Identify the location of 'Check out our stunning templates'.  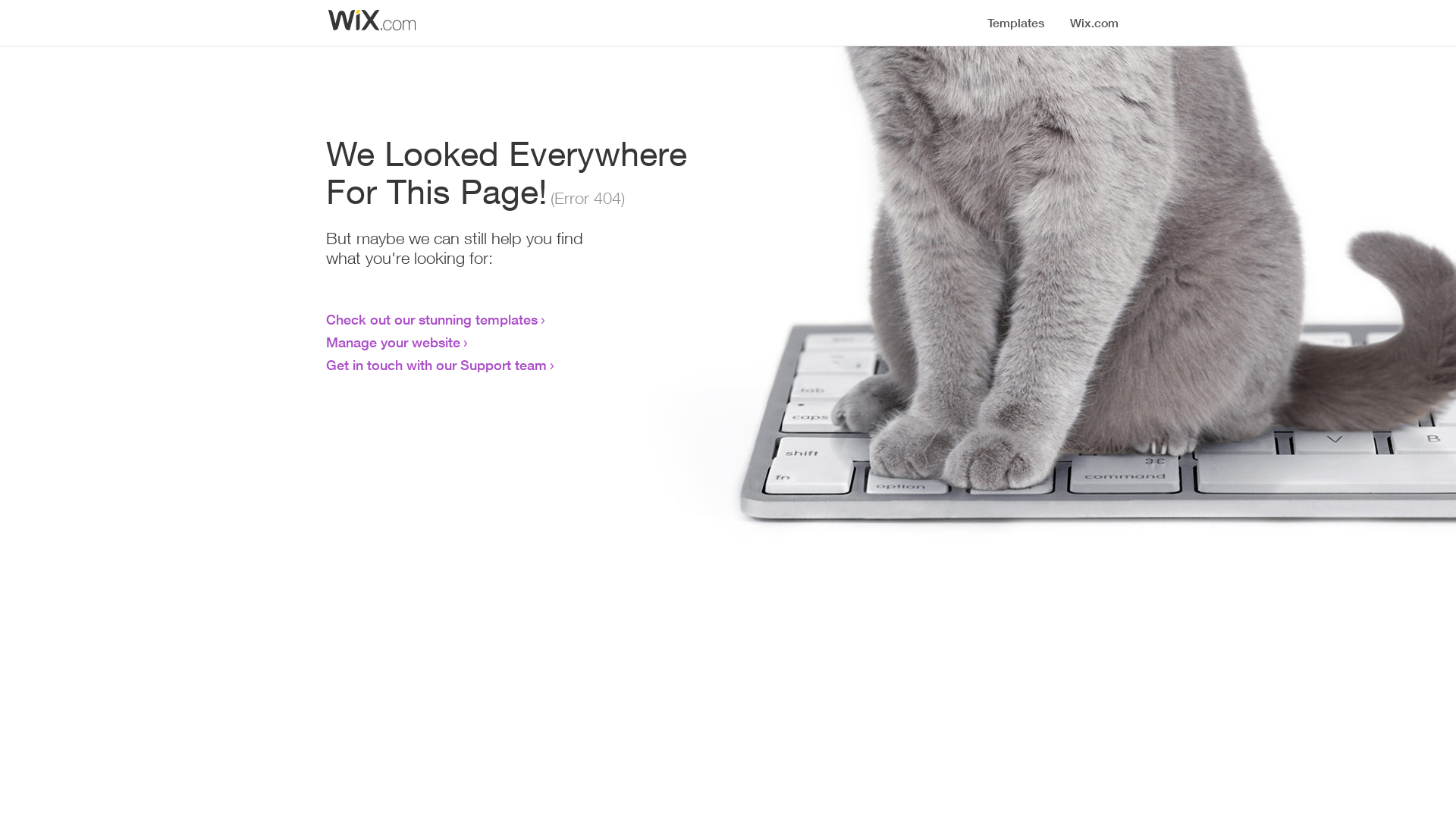
(431, 318).